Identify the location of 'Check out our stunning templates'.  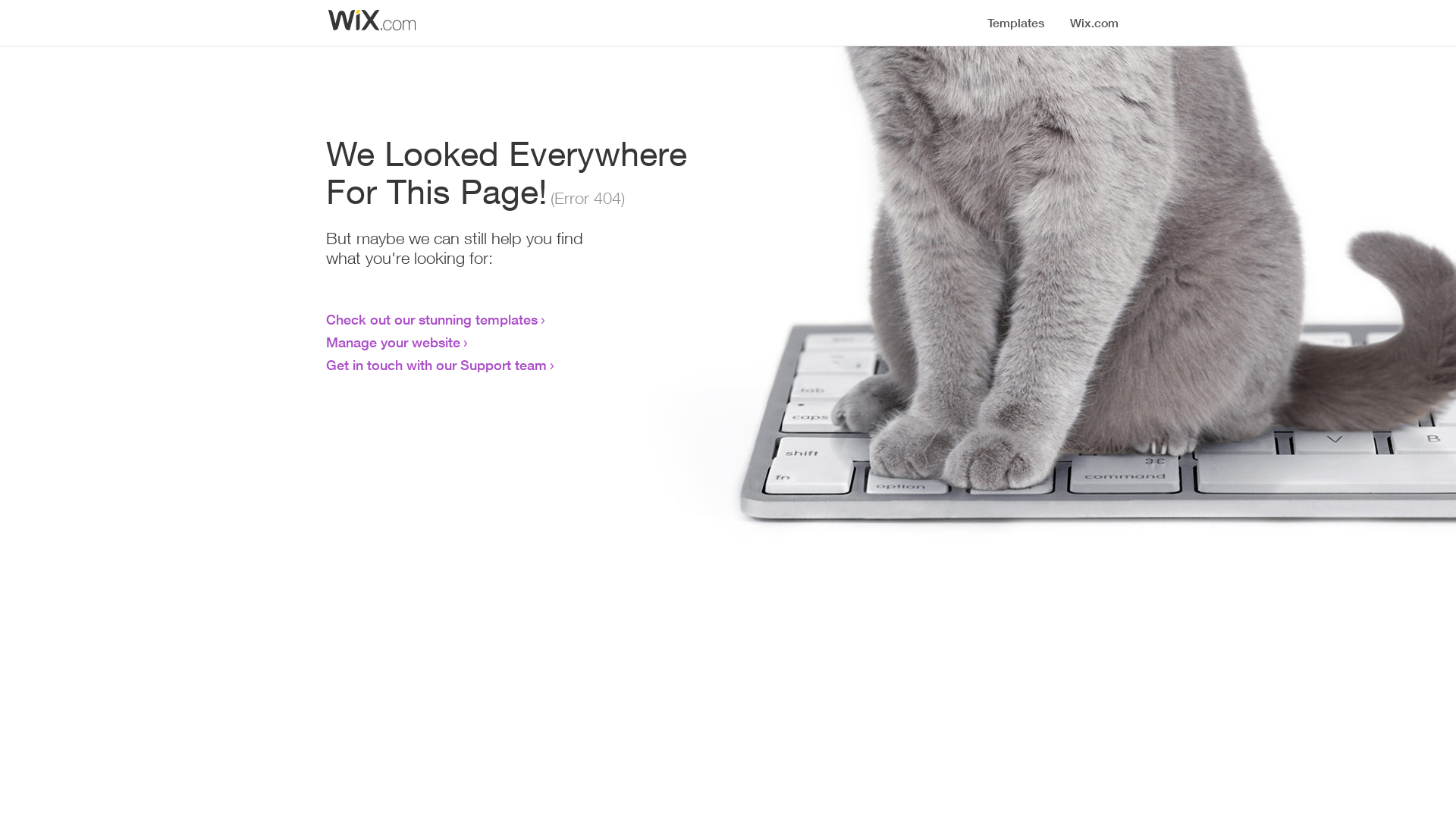
(431, 318).